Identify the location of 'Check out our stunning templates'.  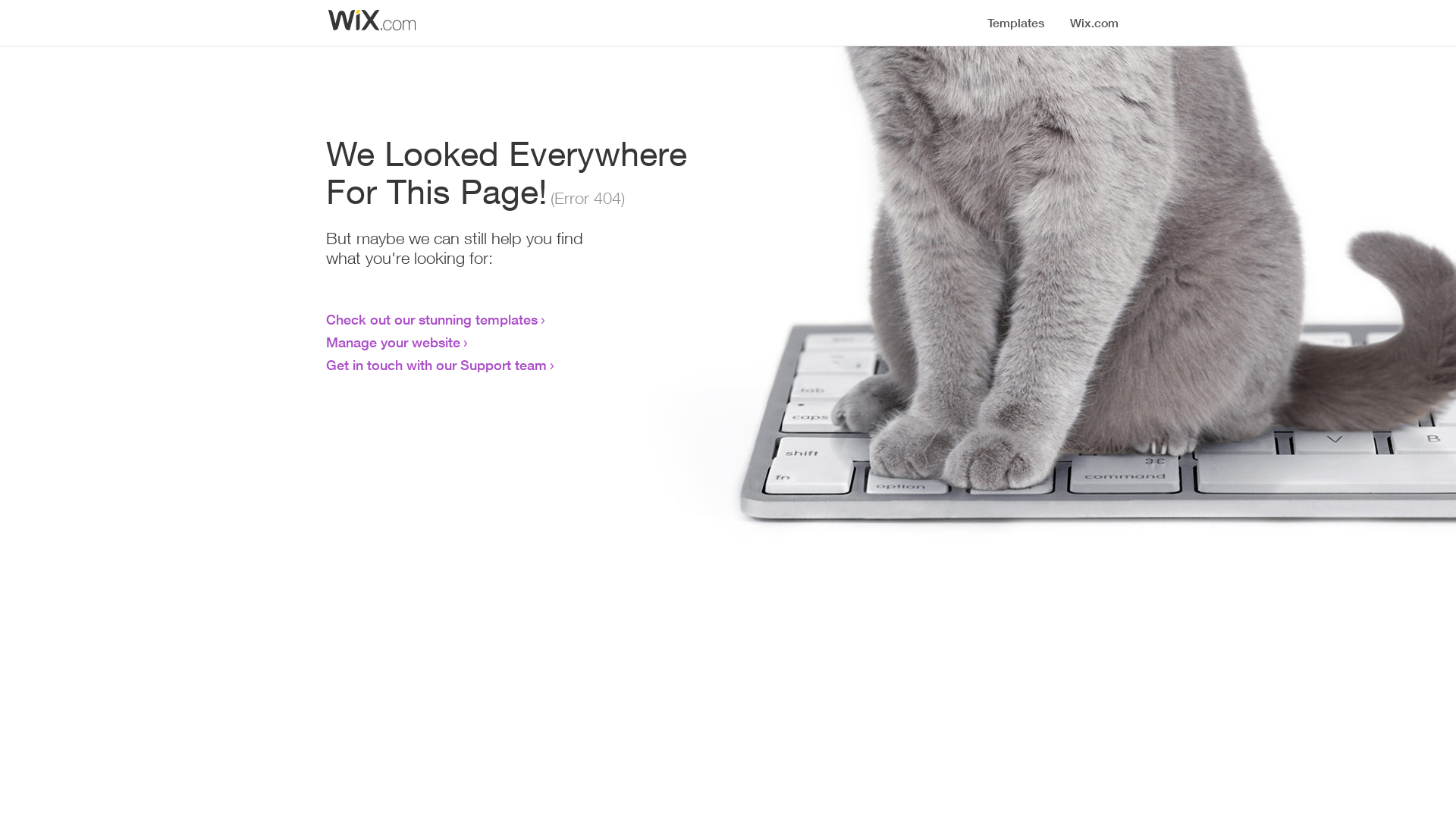
(431, 318).